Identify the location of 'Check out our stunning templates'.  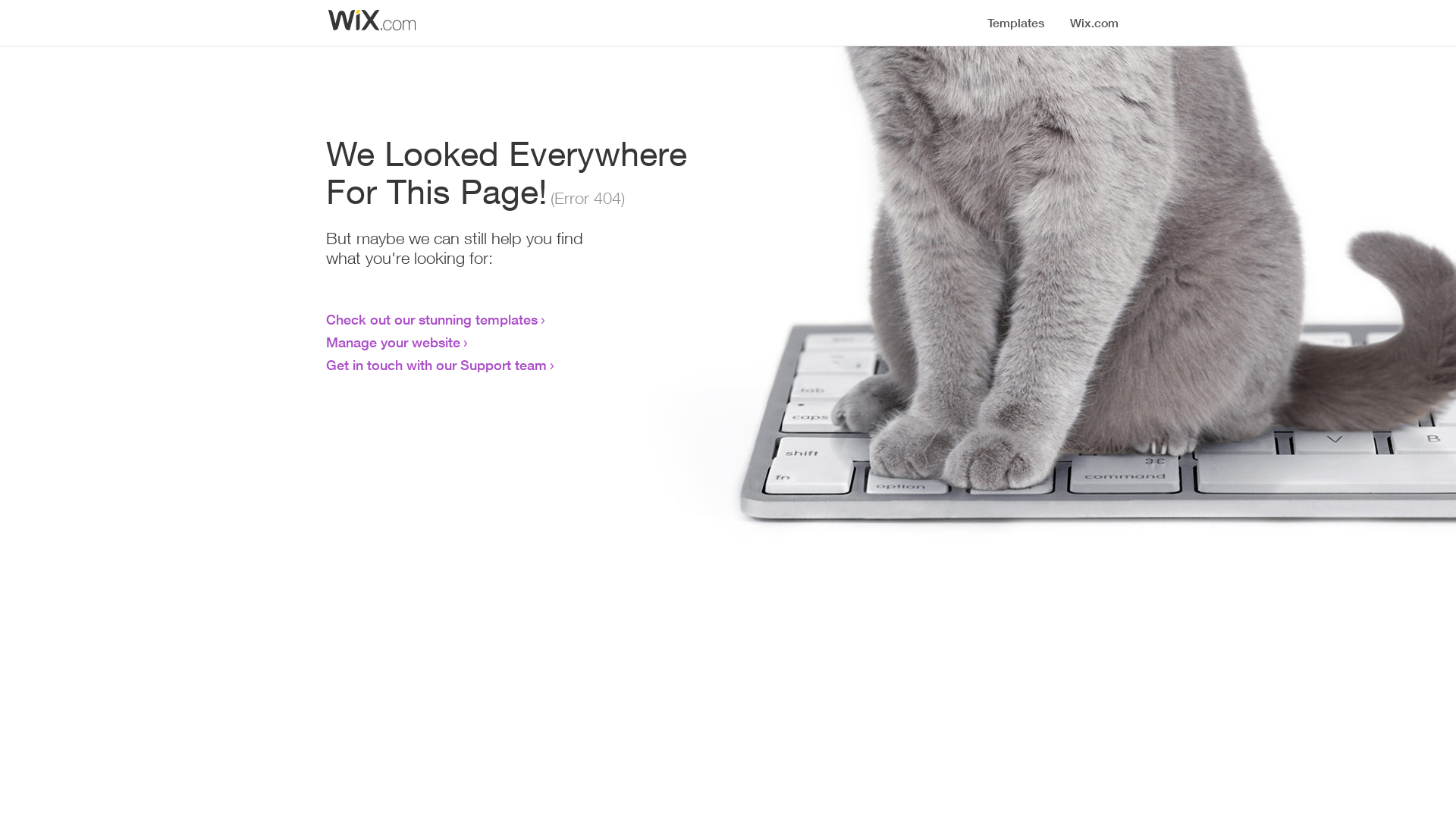
(431, 318).